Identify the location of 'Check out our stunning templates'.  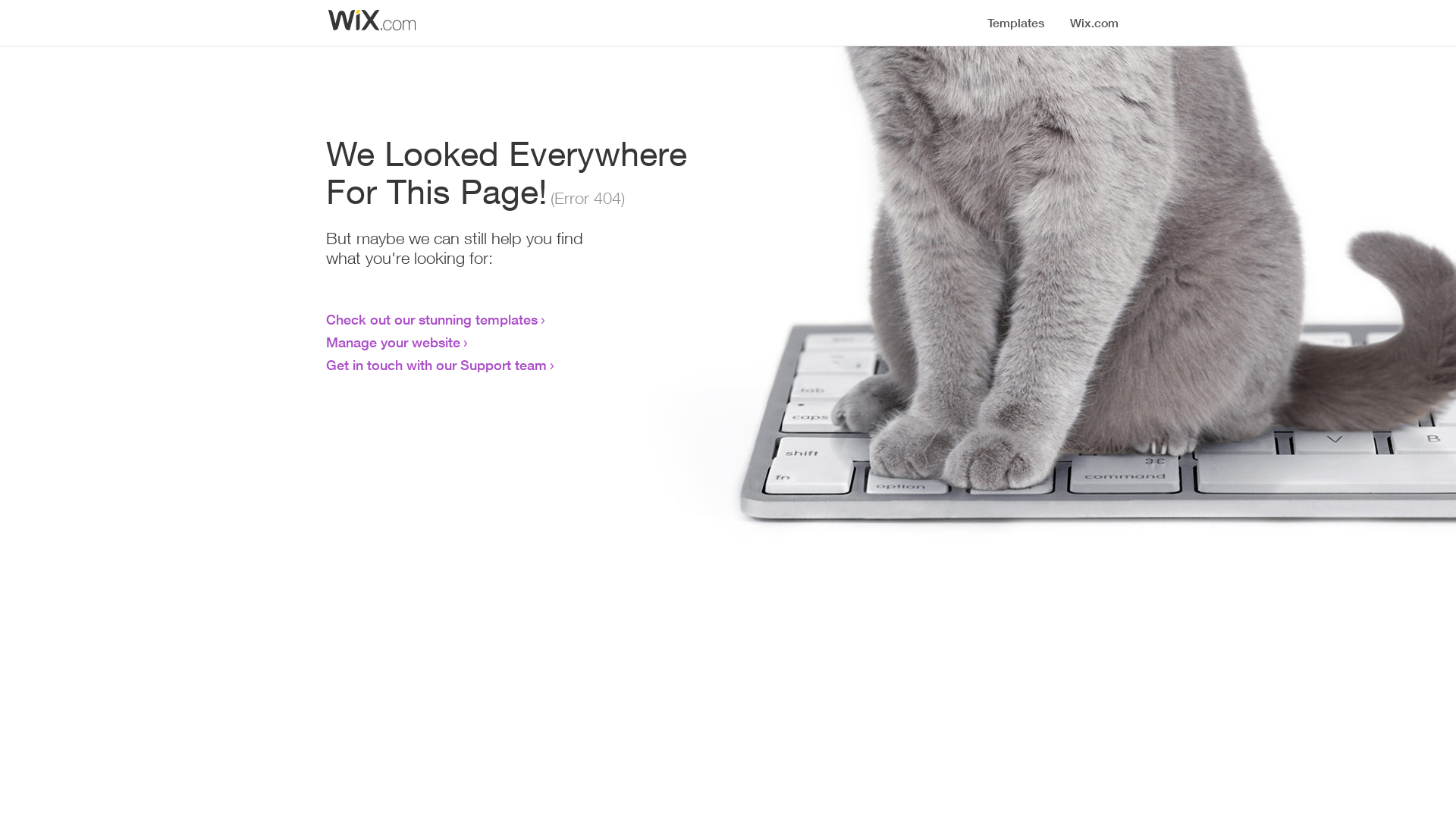
(431, 318).